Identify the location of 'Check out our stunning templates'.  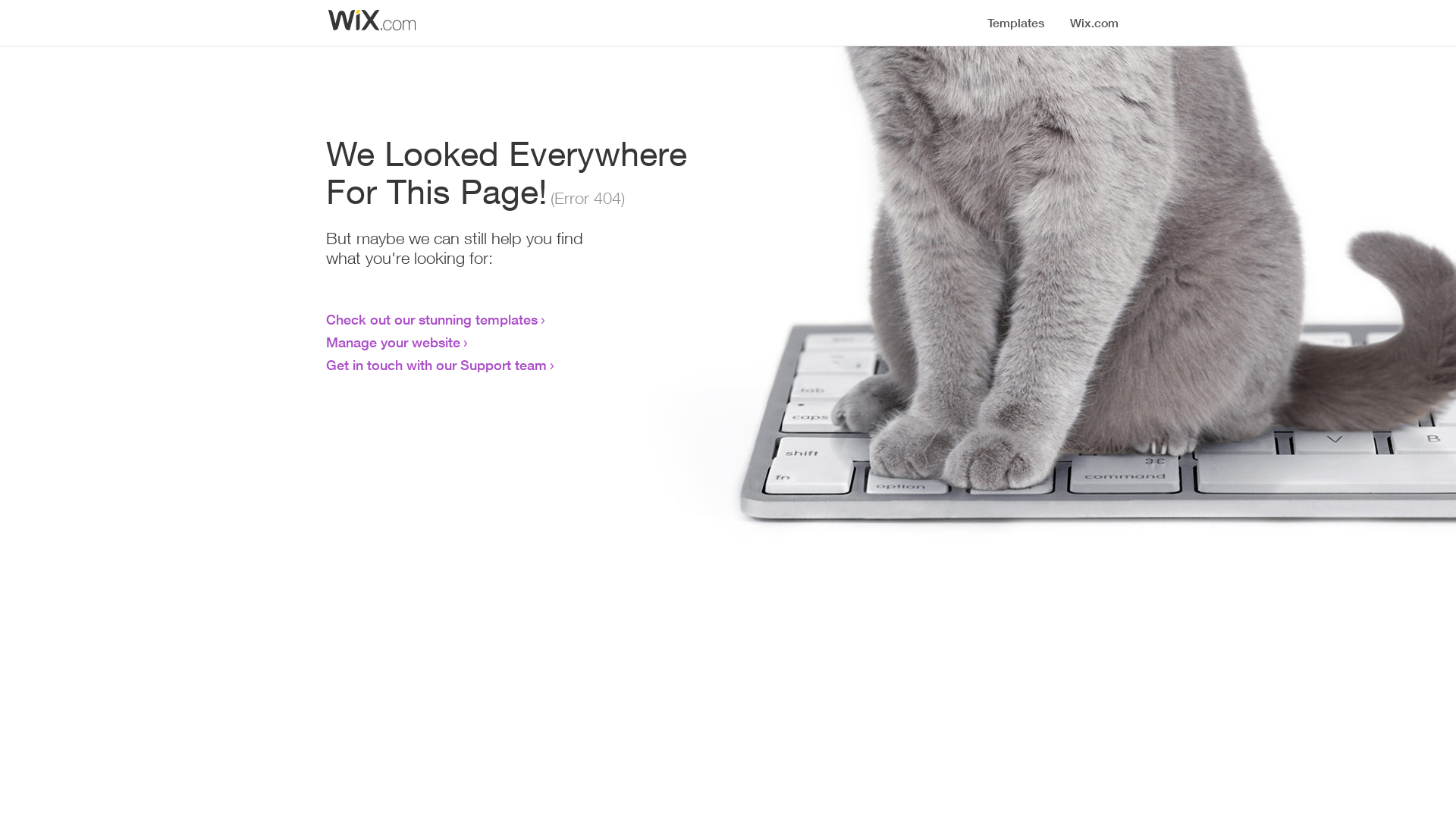
(431, 318).